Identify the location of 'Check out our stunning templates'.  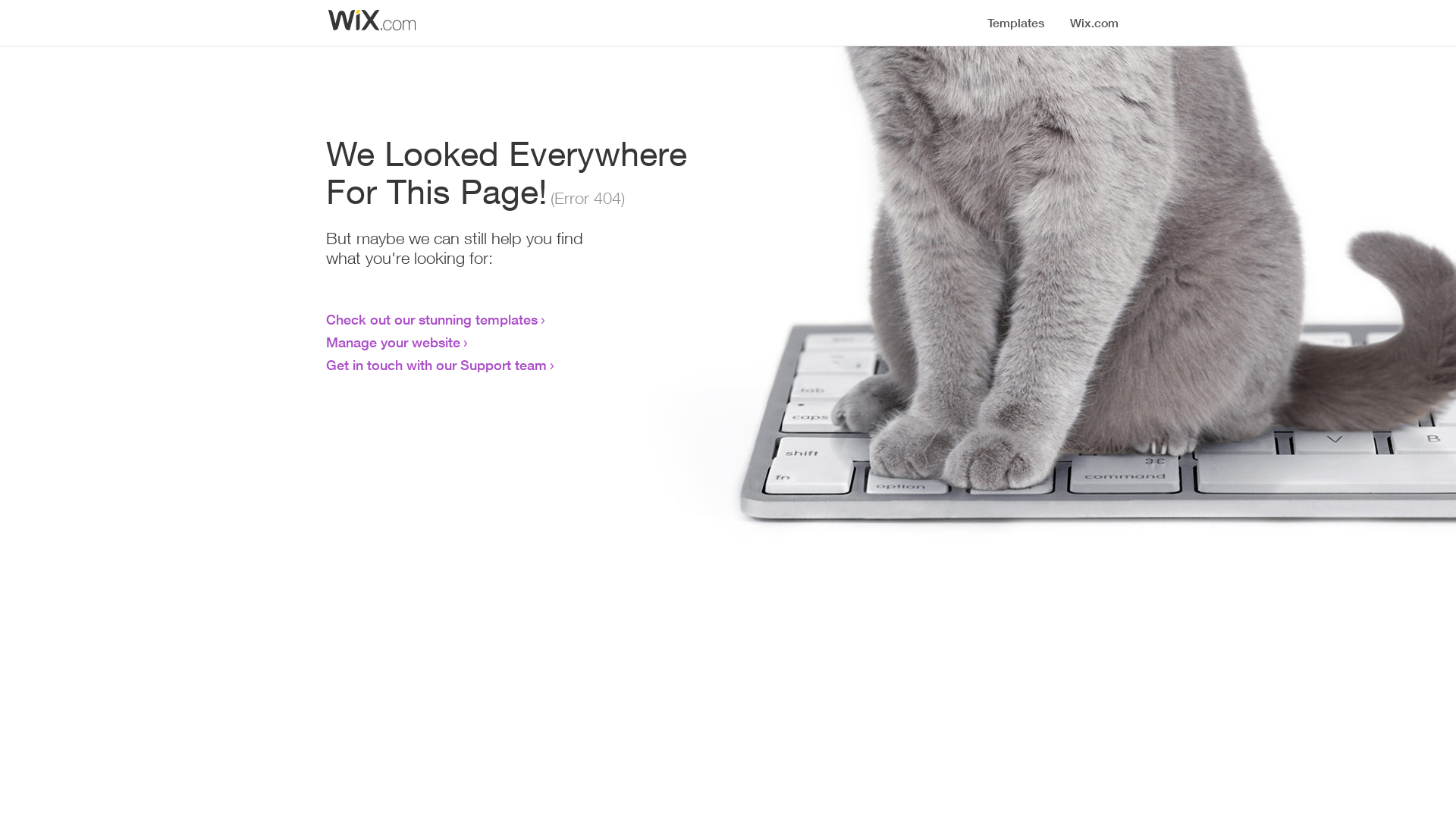
(431, 318).